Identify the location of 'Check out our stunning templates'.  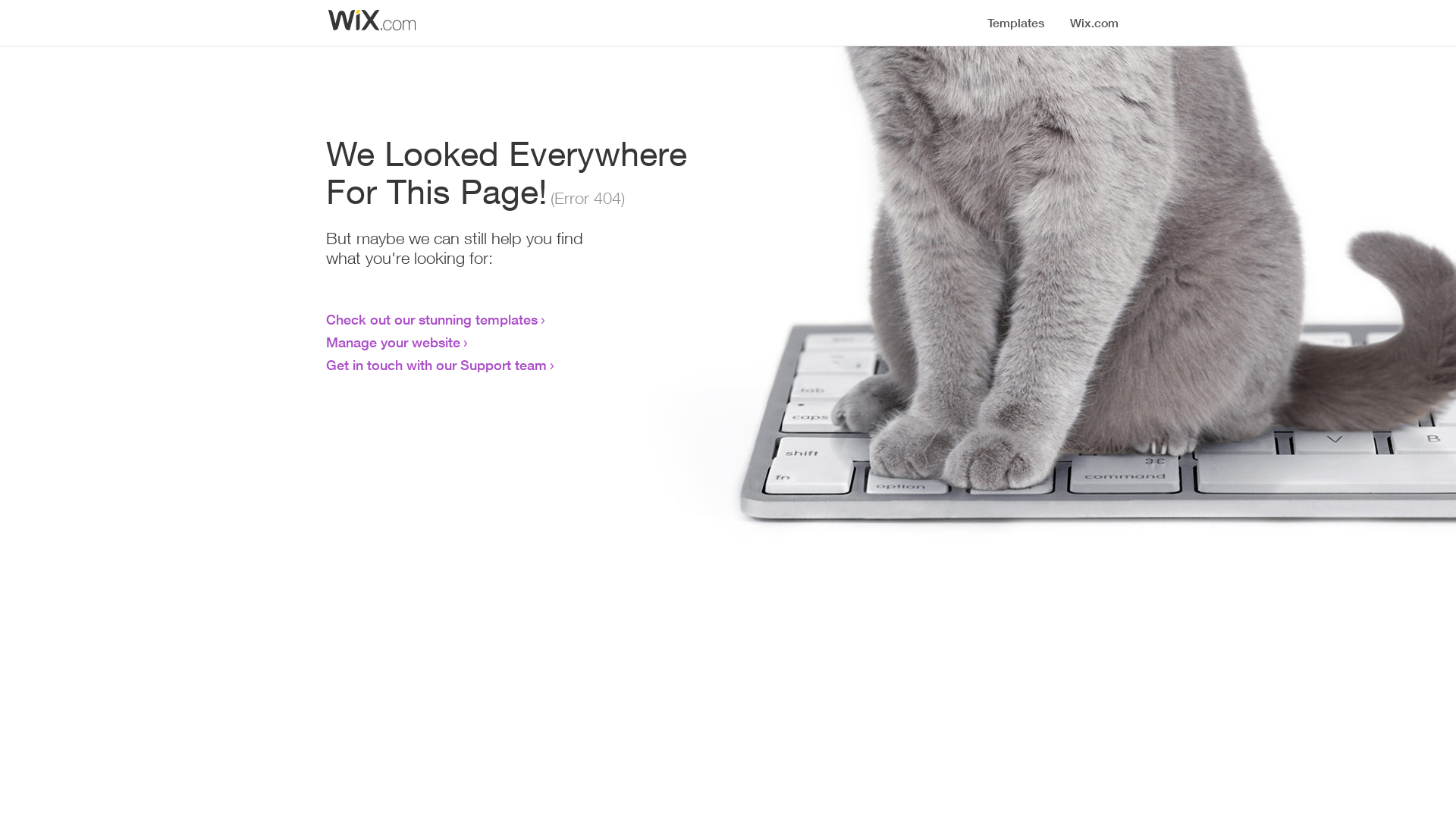
(431, 318).